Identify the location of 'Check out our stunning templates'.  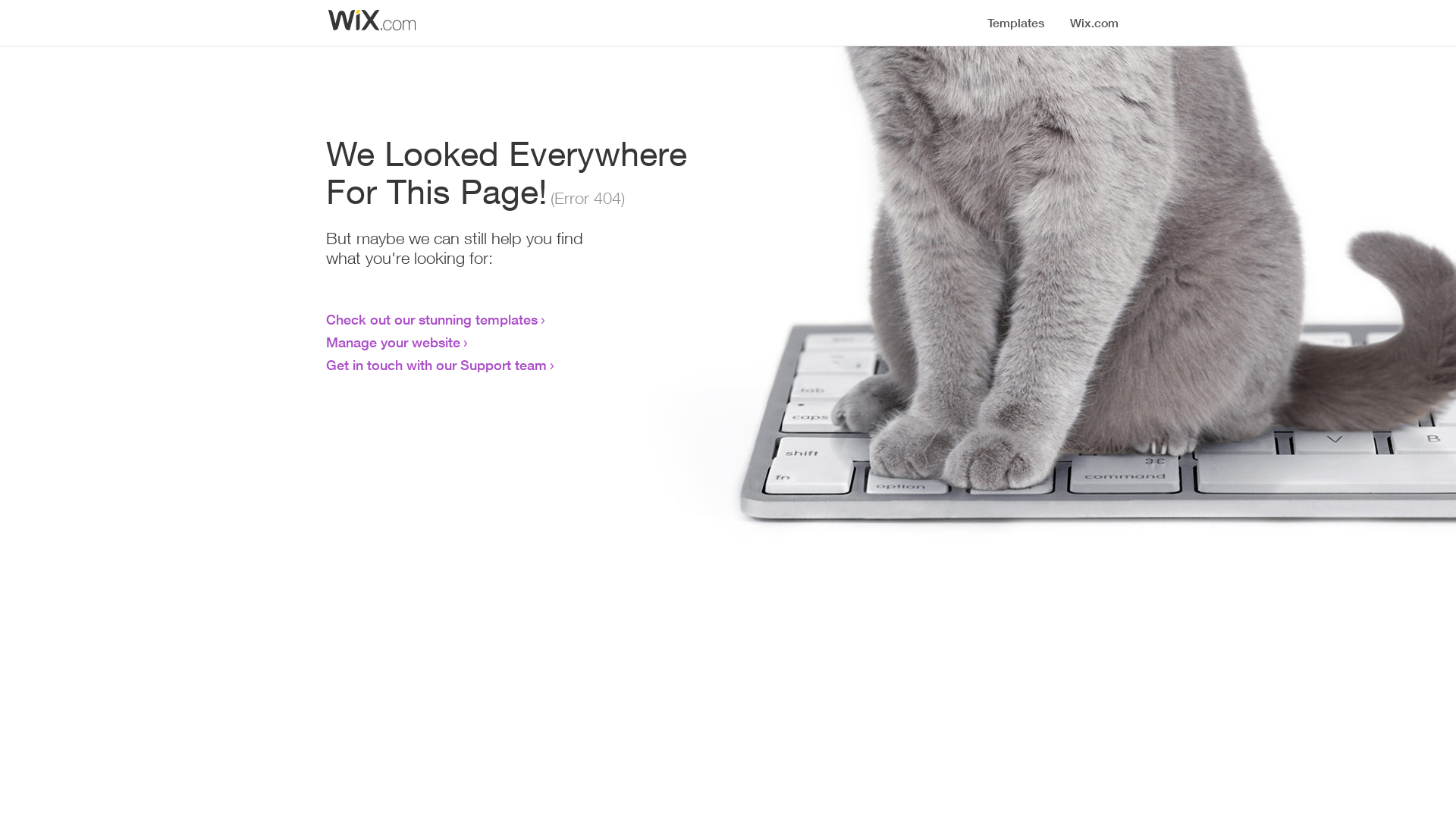
(431, 318).